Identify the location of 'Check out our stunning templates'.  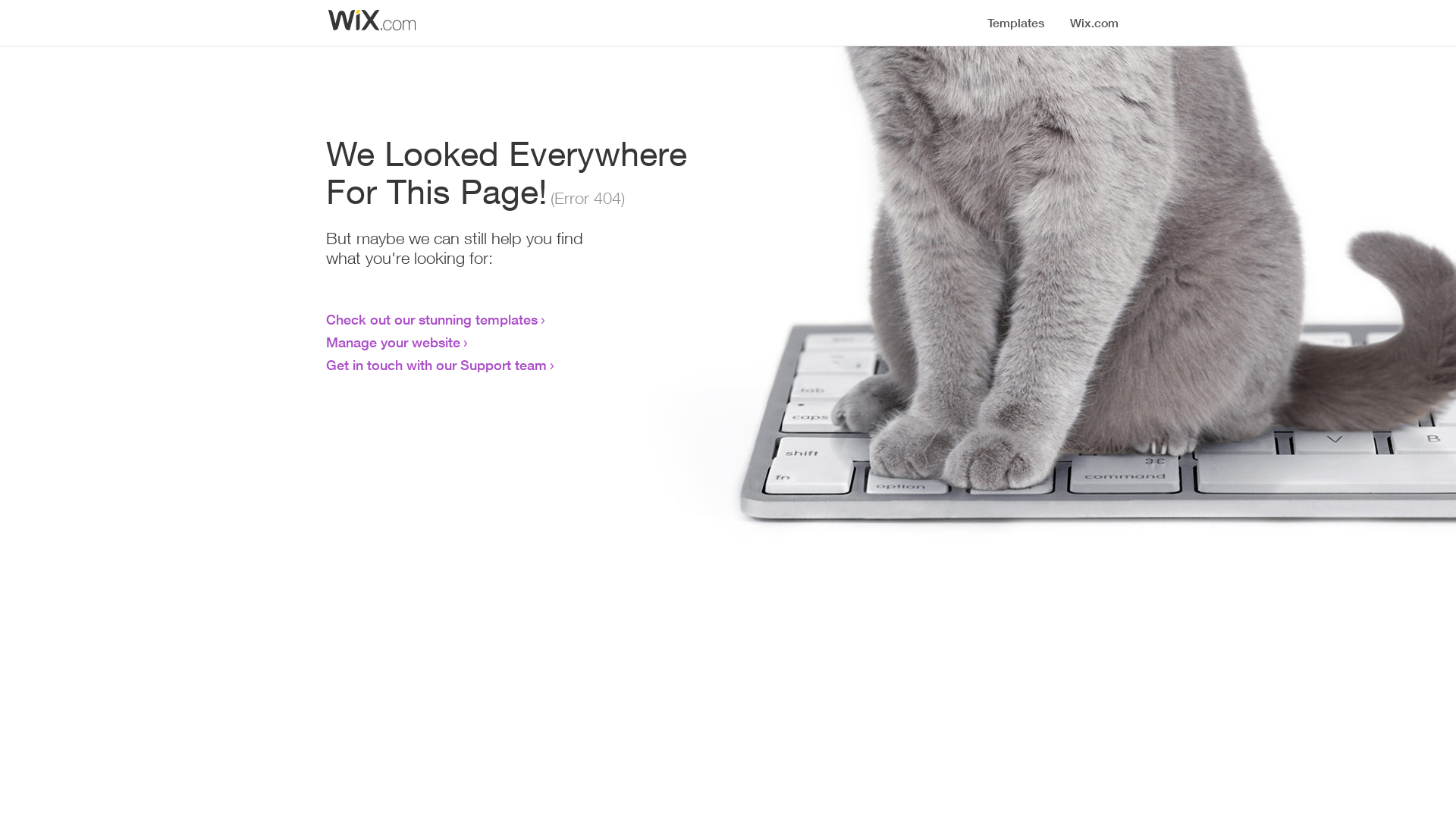
(431, 318).